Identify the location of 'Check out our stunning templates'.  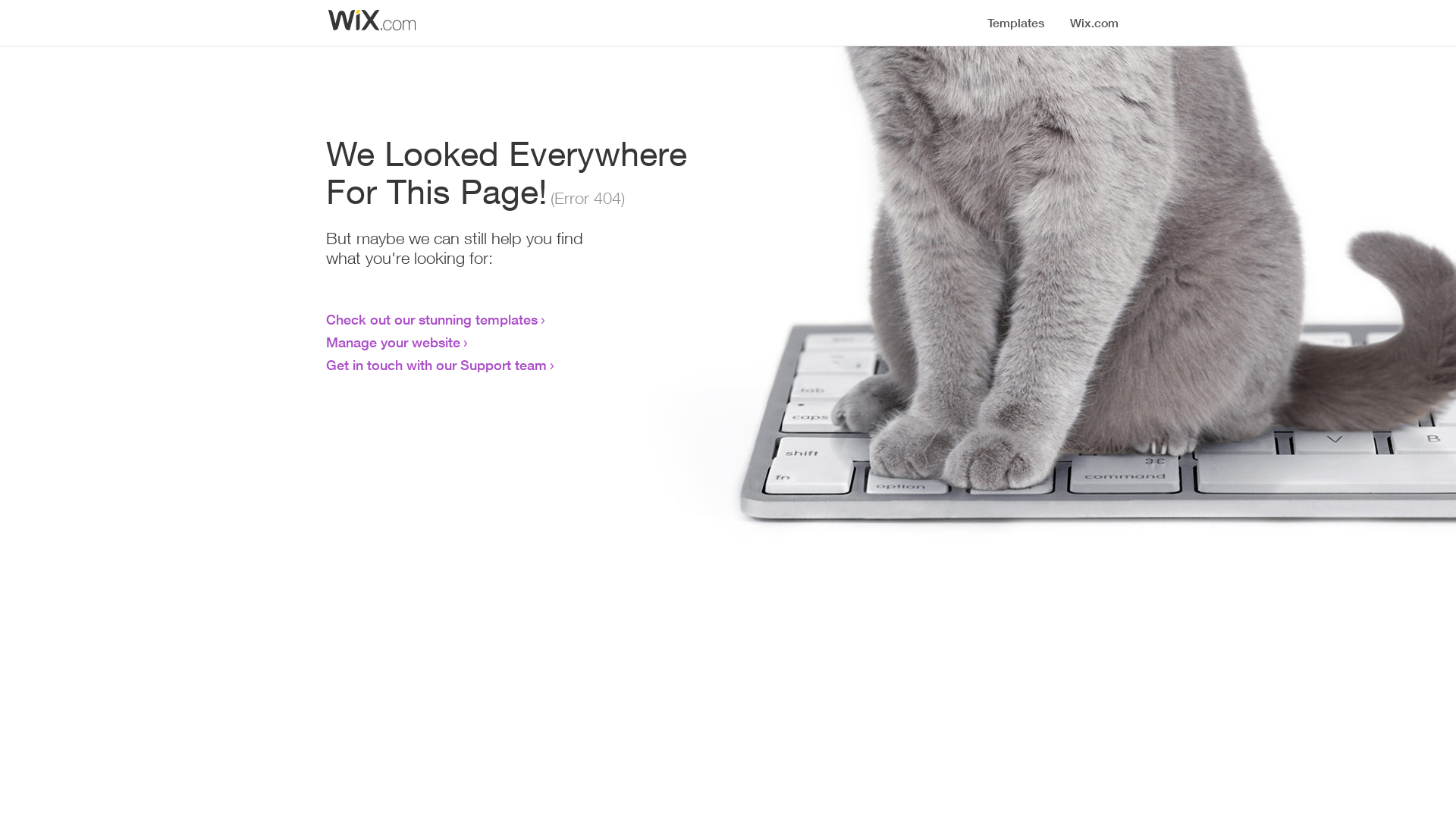
(431, 318).